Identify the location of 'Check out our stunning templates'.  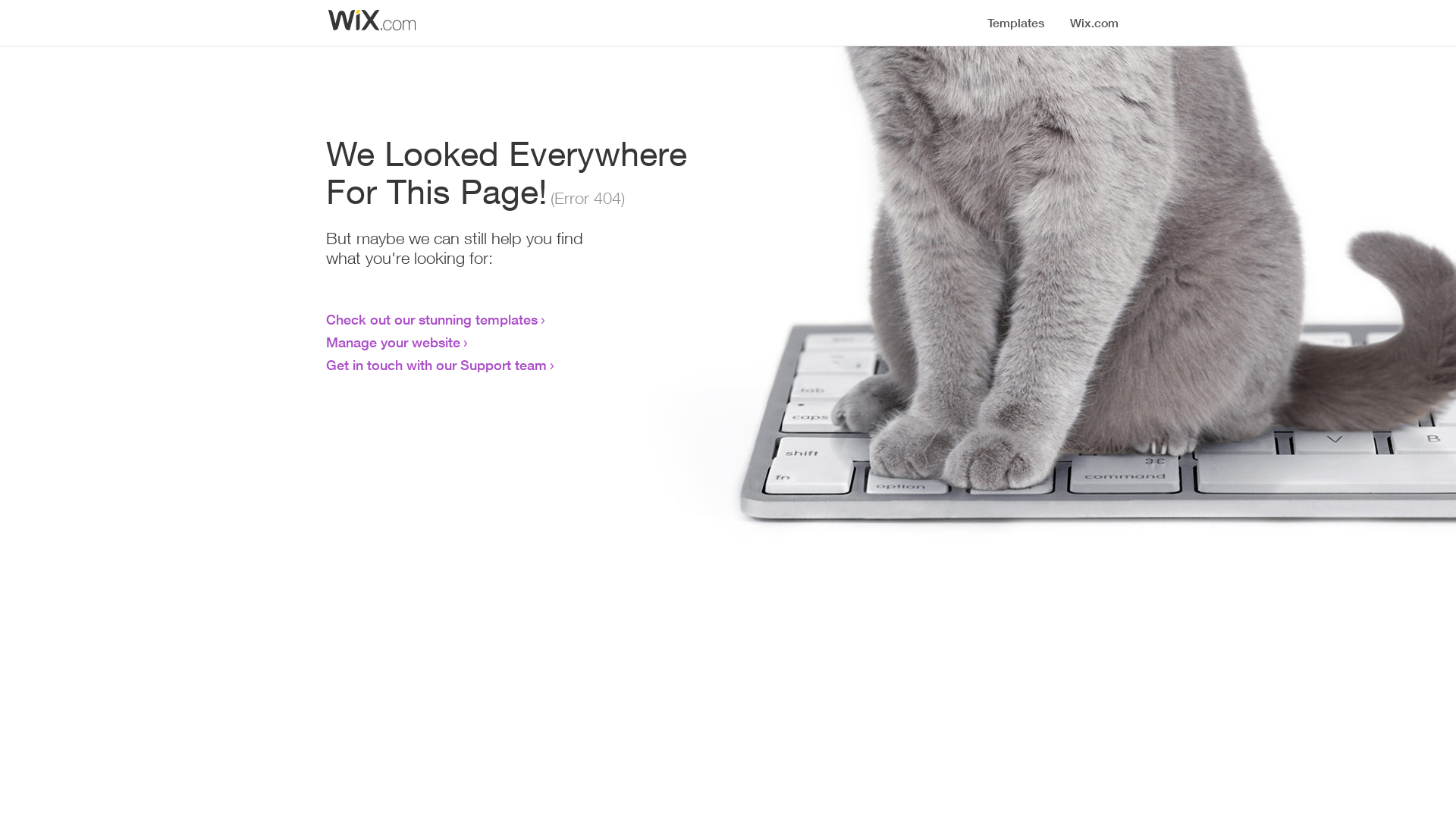
(431, 318).